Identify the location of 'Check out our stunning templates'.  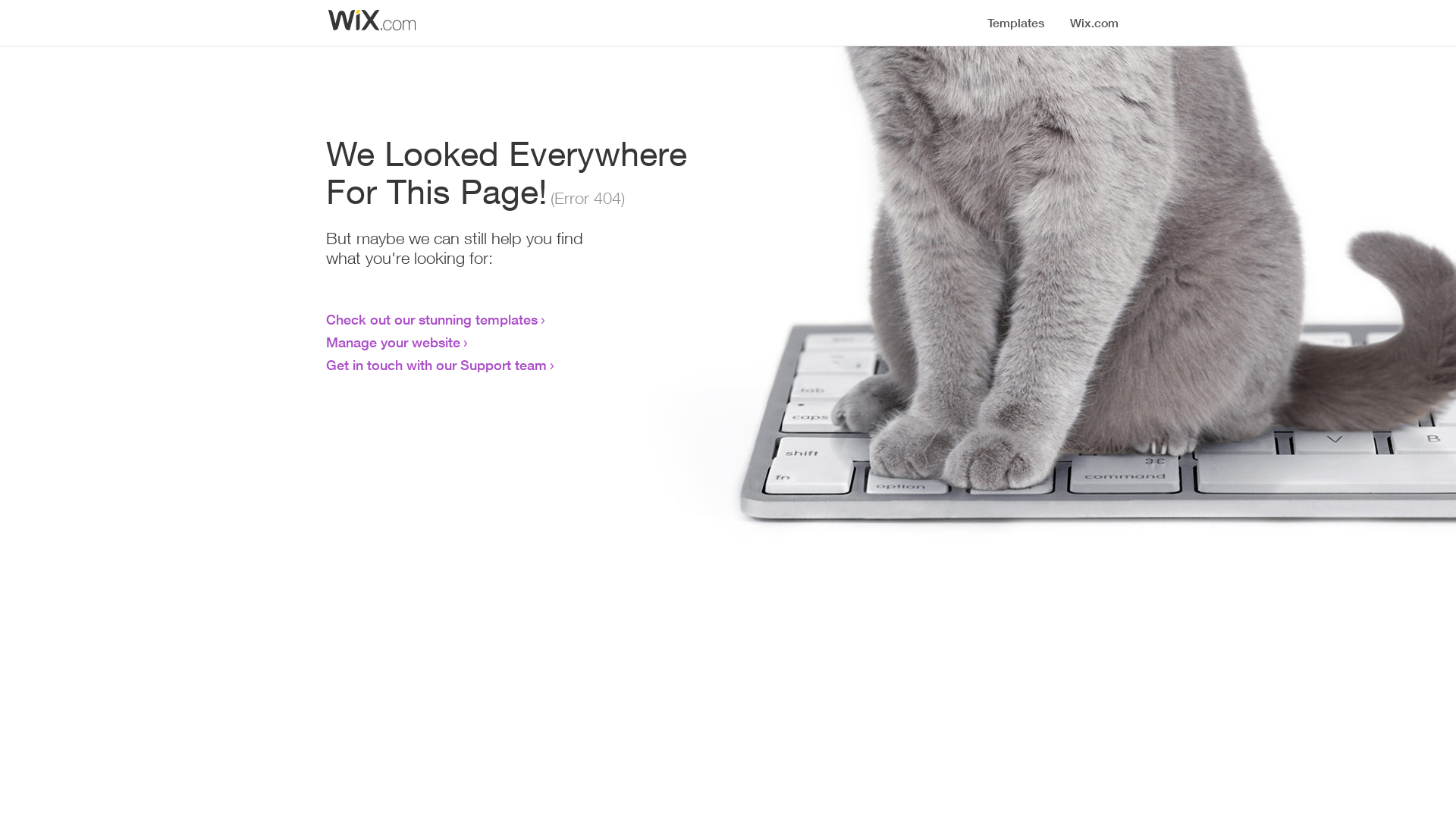
(431, 318).